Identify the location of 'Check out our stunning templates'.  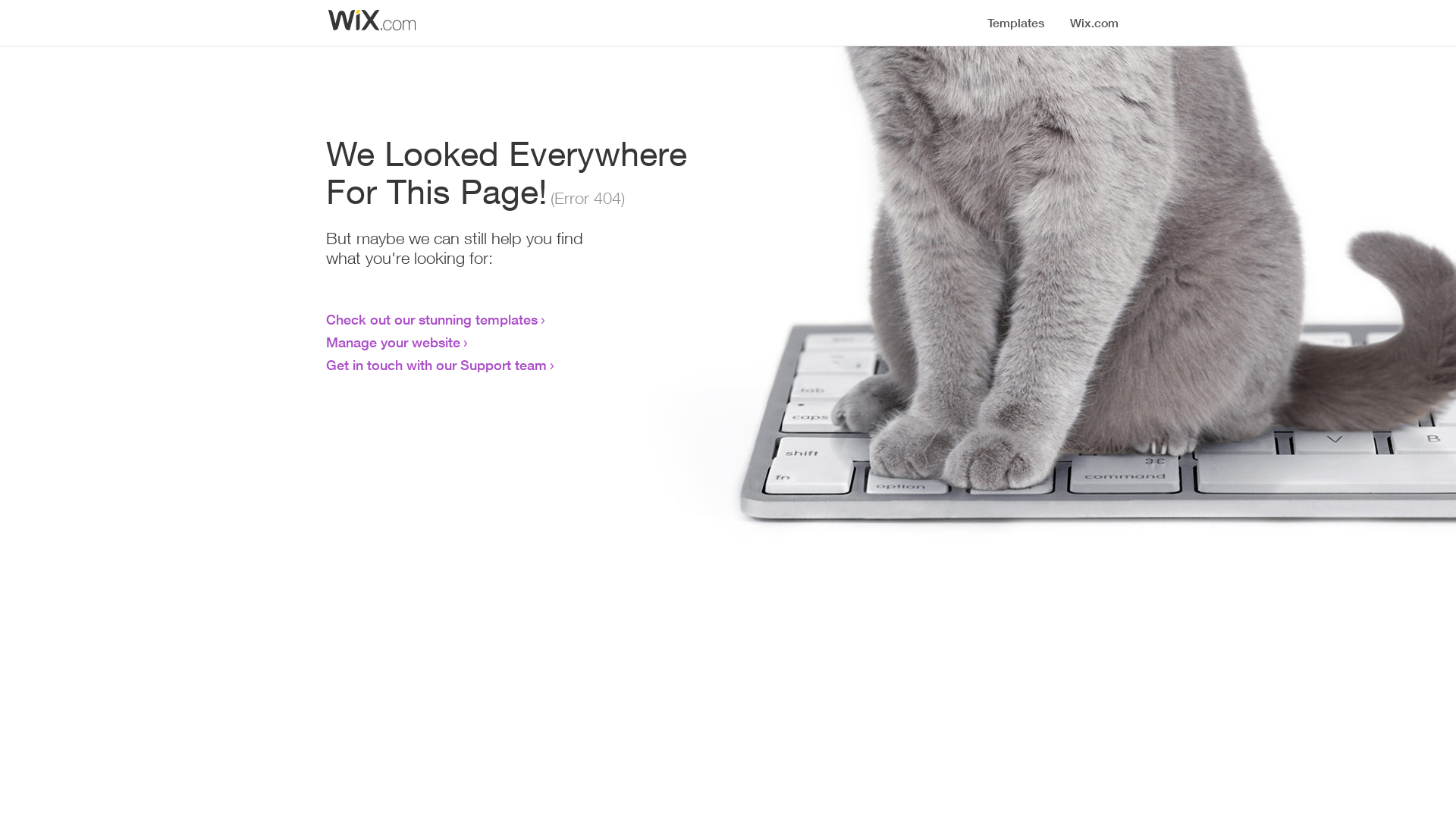
(431, 318).